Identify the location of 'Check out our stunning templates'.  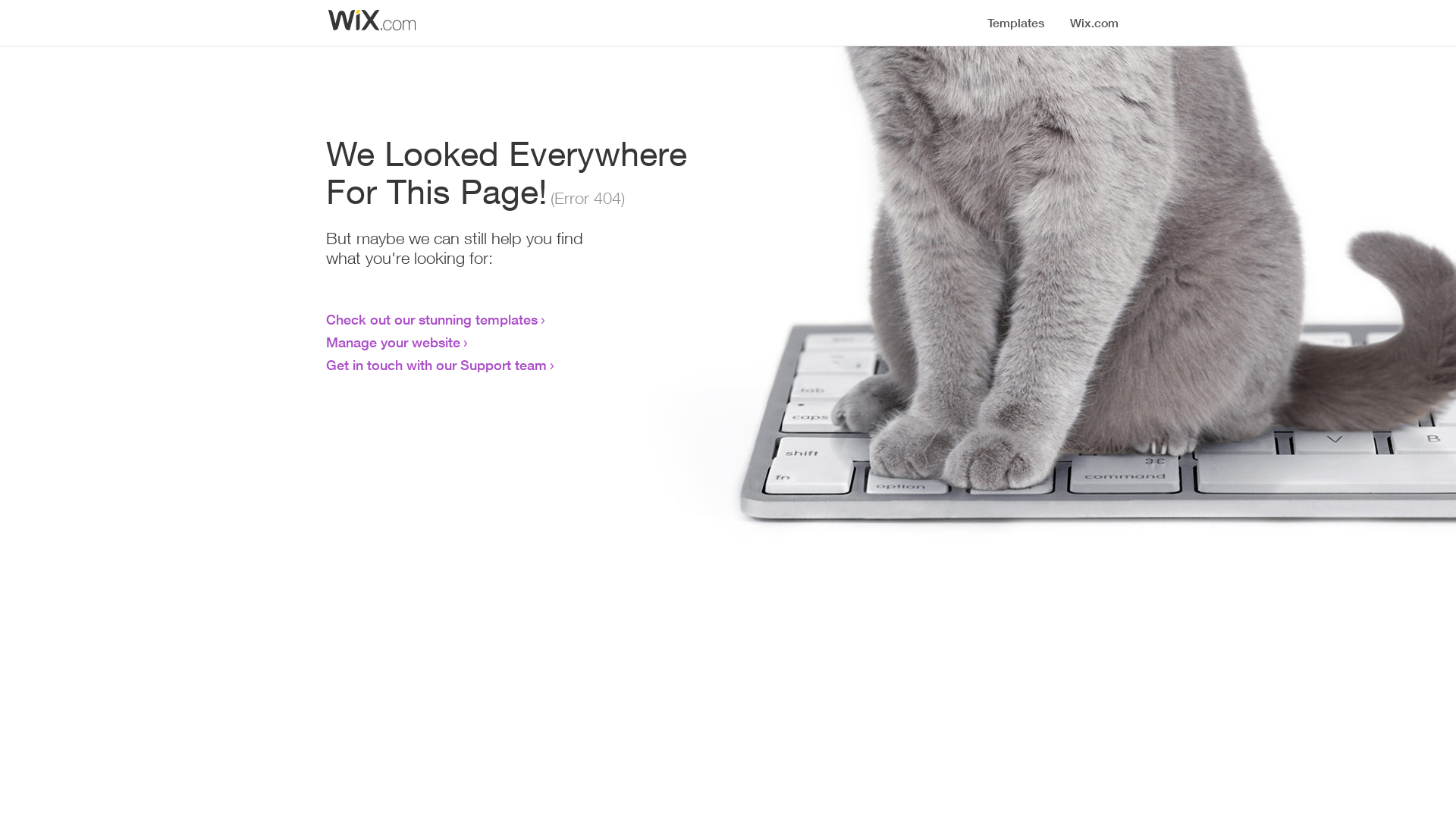
(431, 318).